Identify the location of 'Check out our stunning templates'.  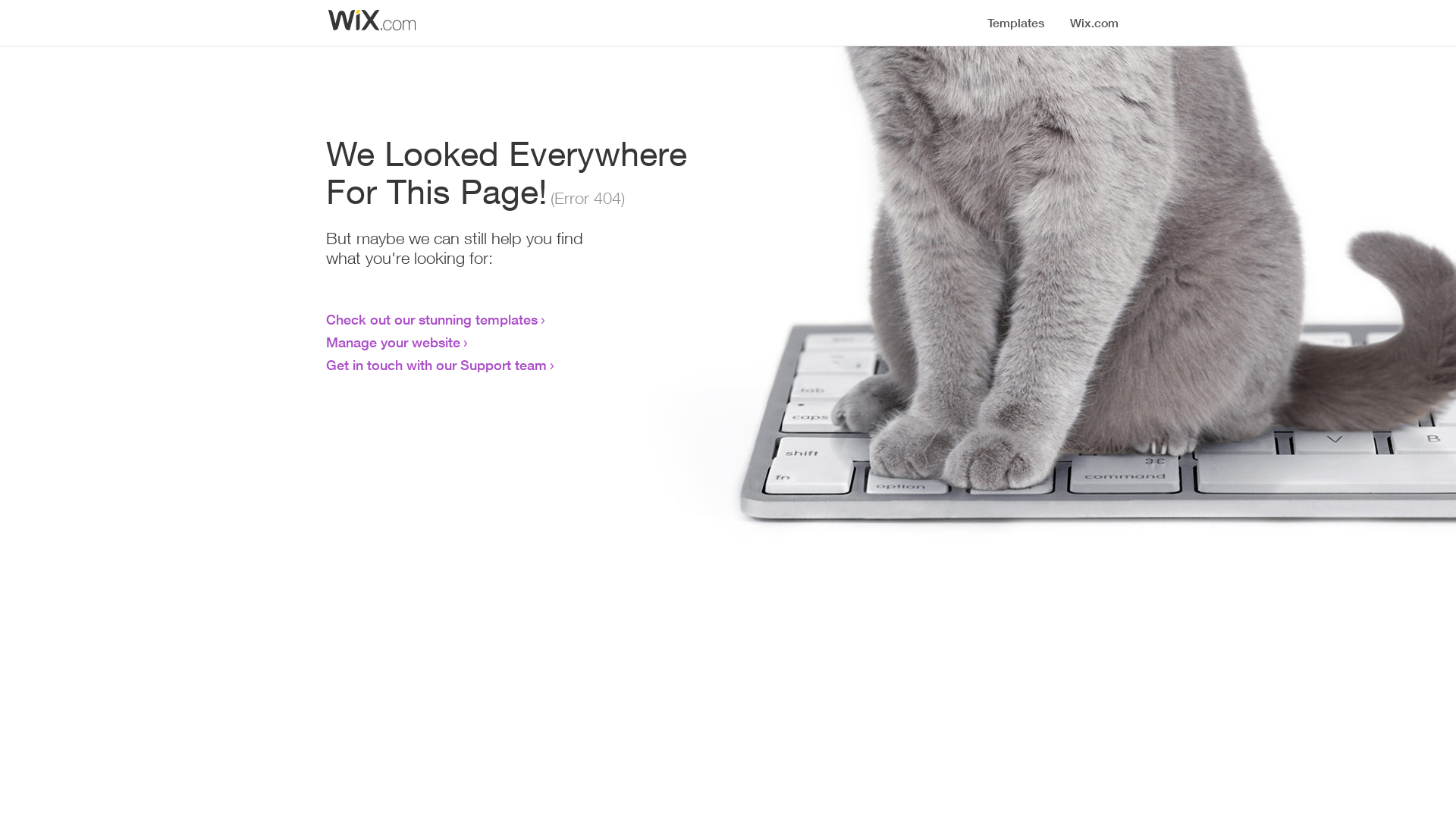
(431, 318).